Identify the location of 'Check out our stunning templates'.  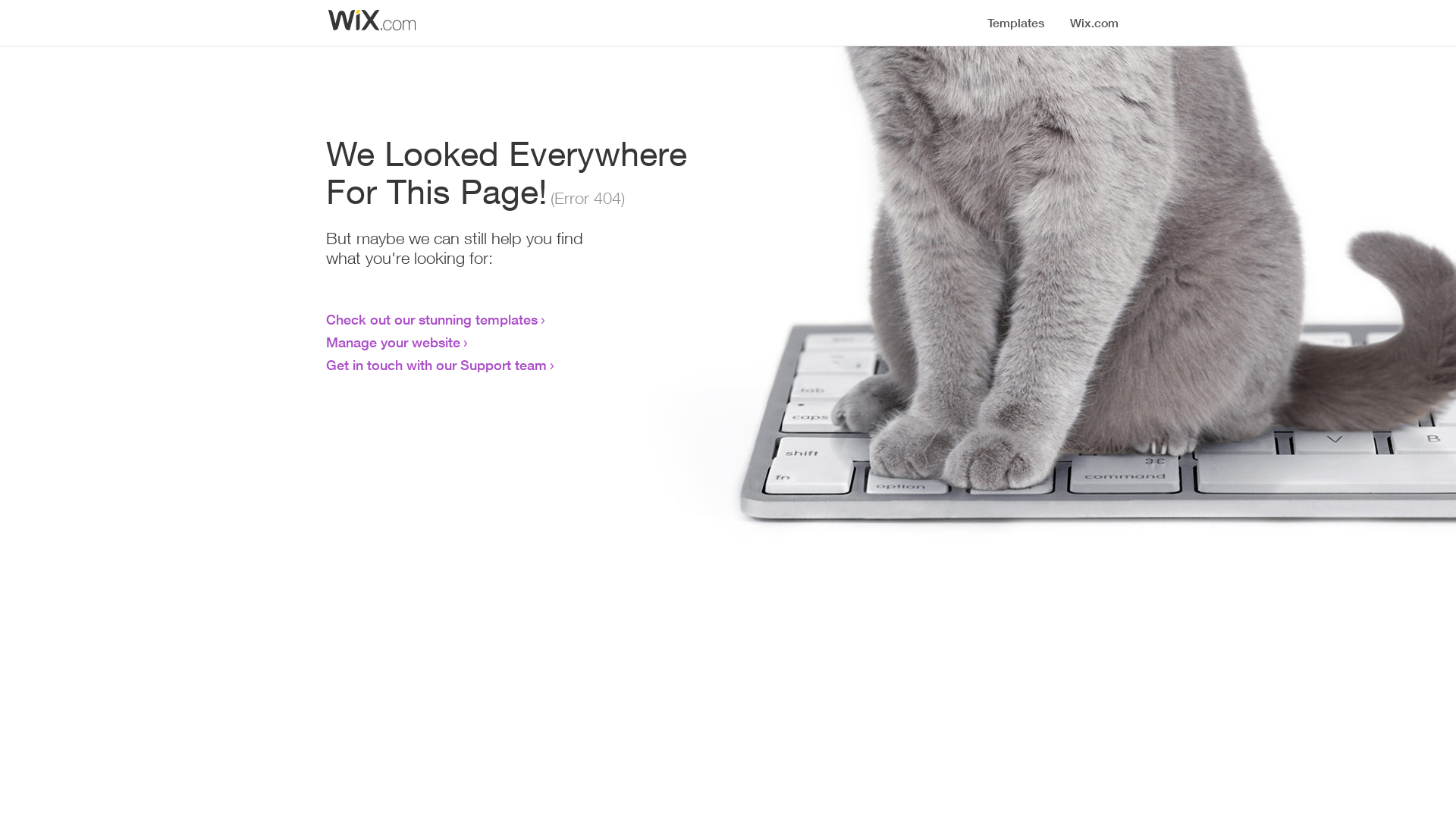
(431, 318).